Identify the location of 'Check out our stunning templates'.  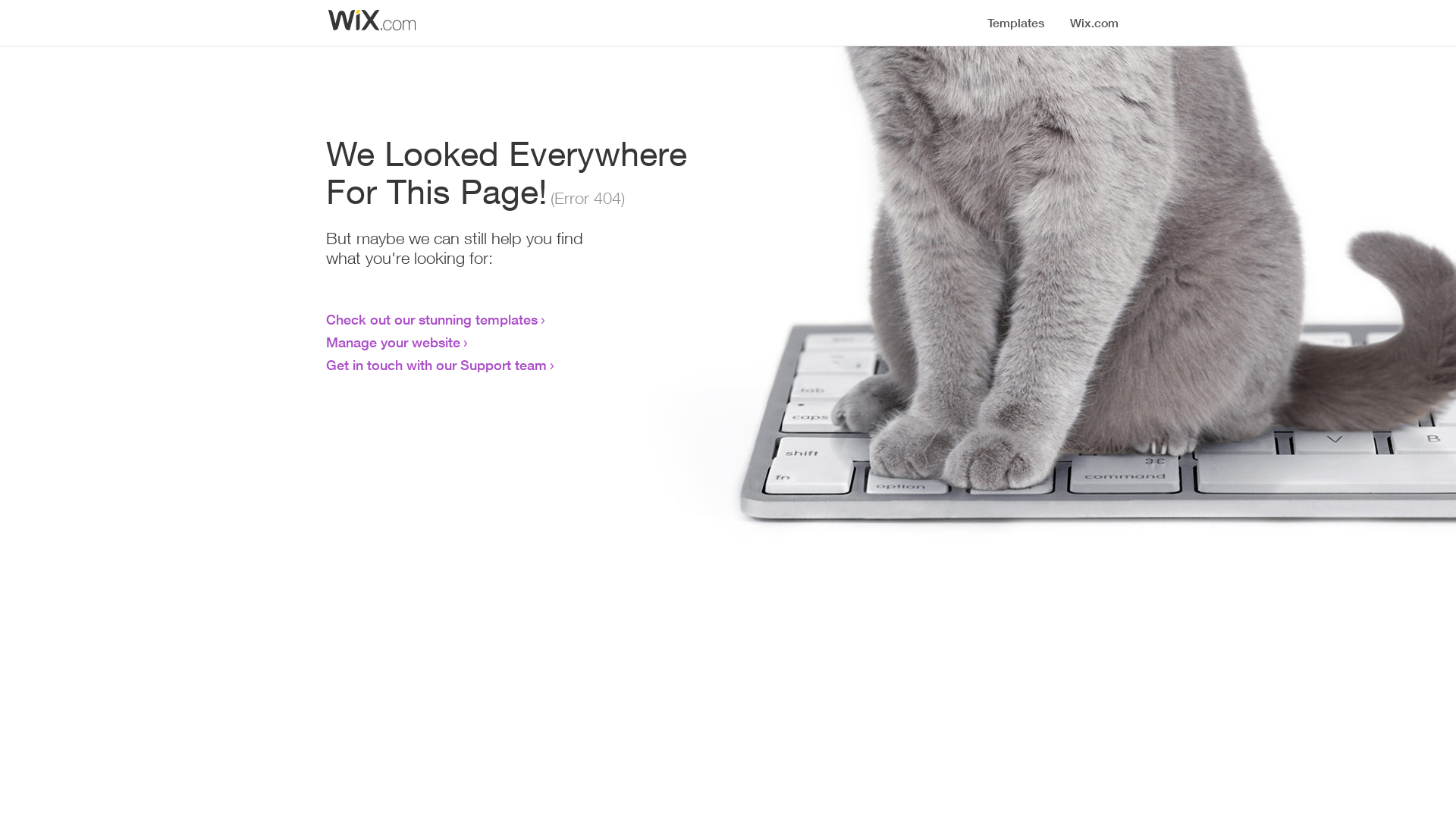
(431, 318).